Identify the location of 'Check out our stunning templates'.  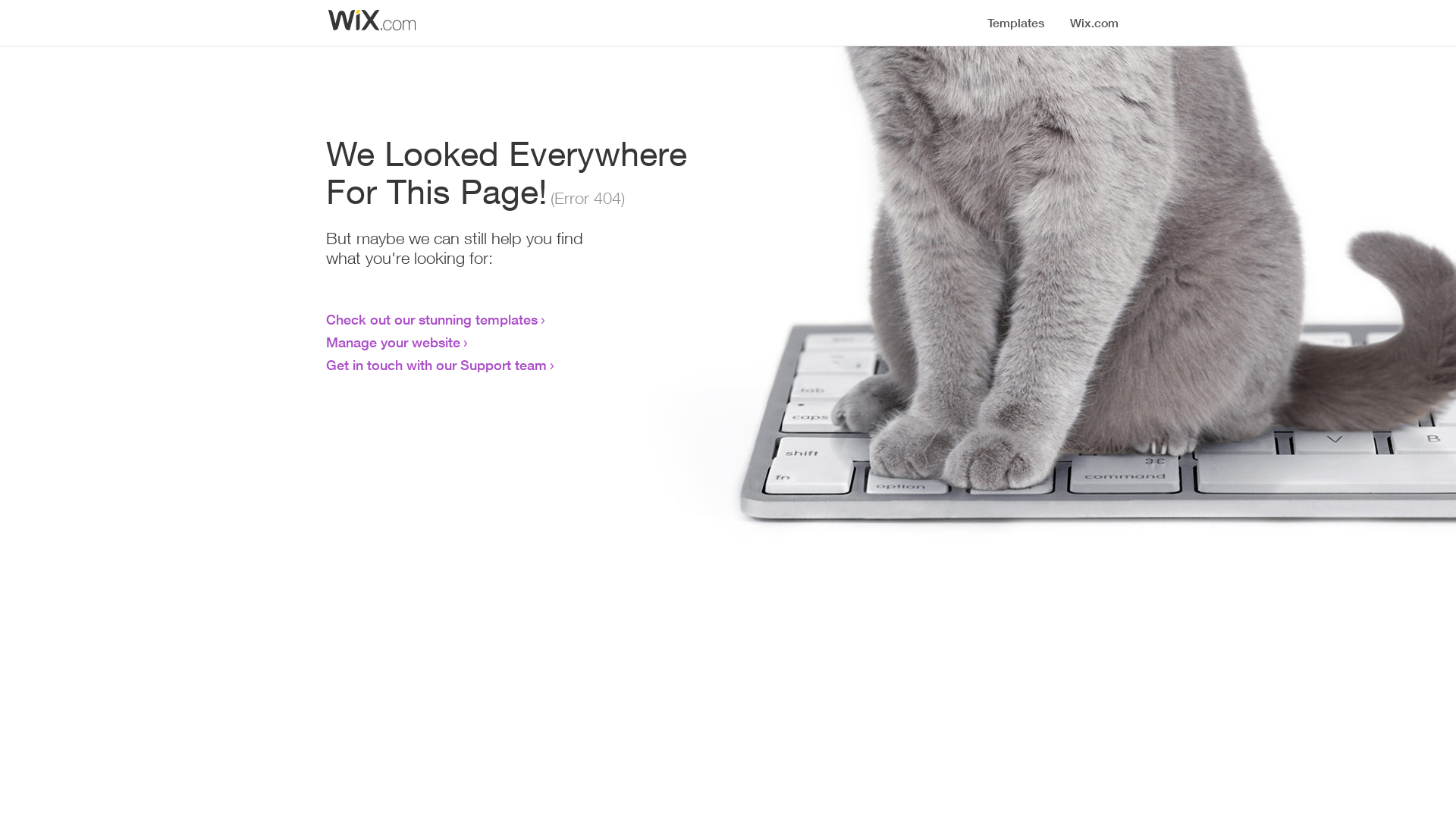
(431, 318).